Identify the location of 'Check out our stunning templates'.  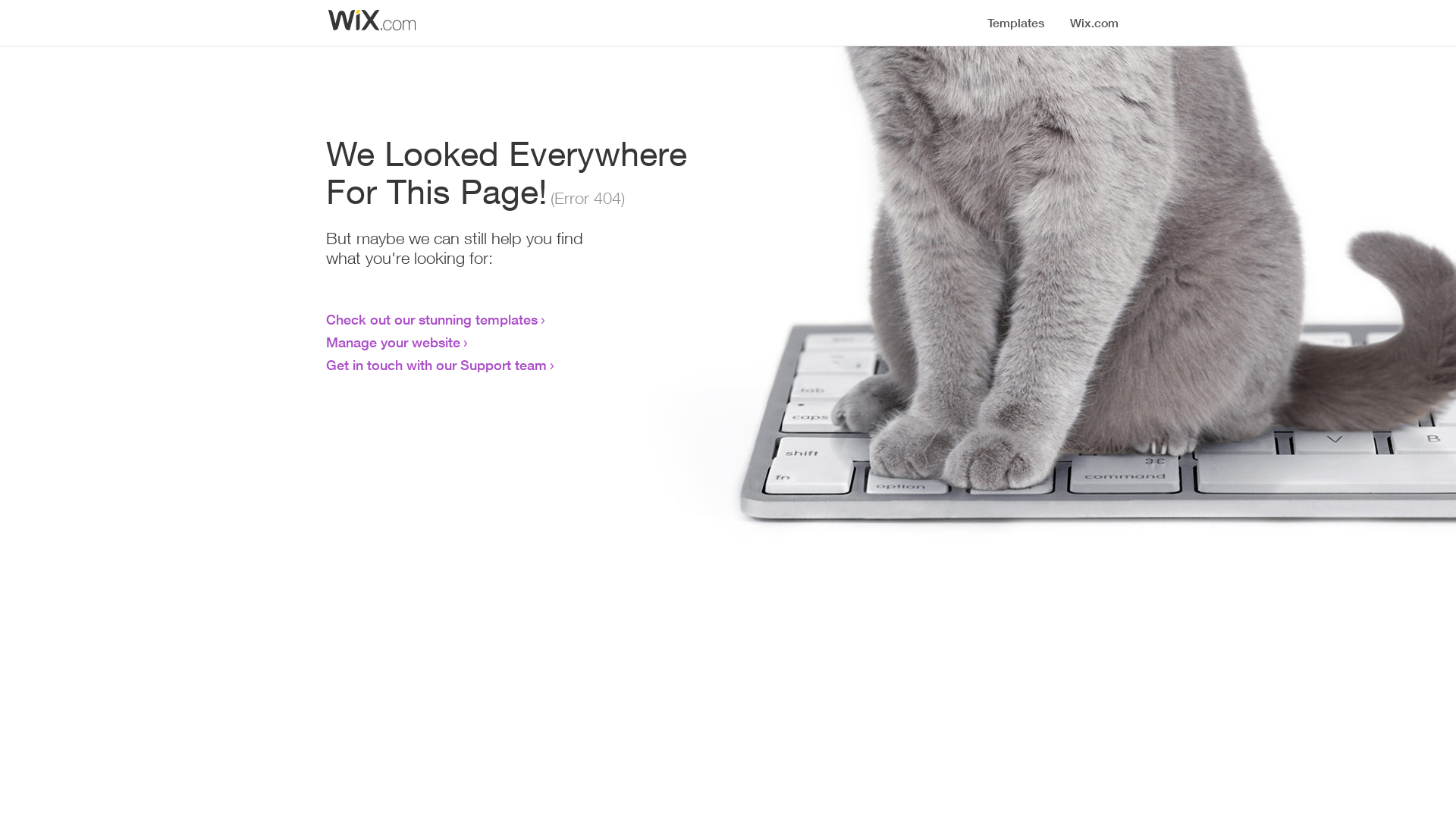
(431, 318).